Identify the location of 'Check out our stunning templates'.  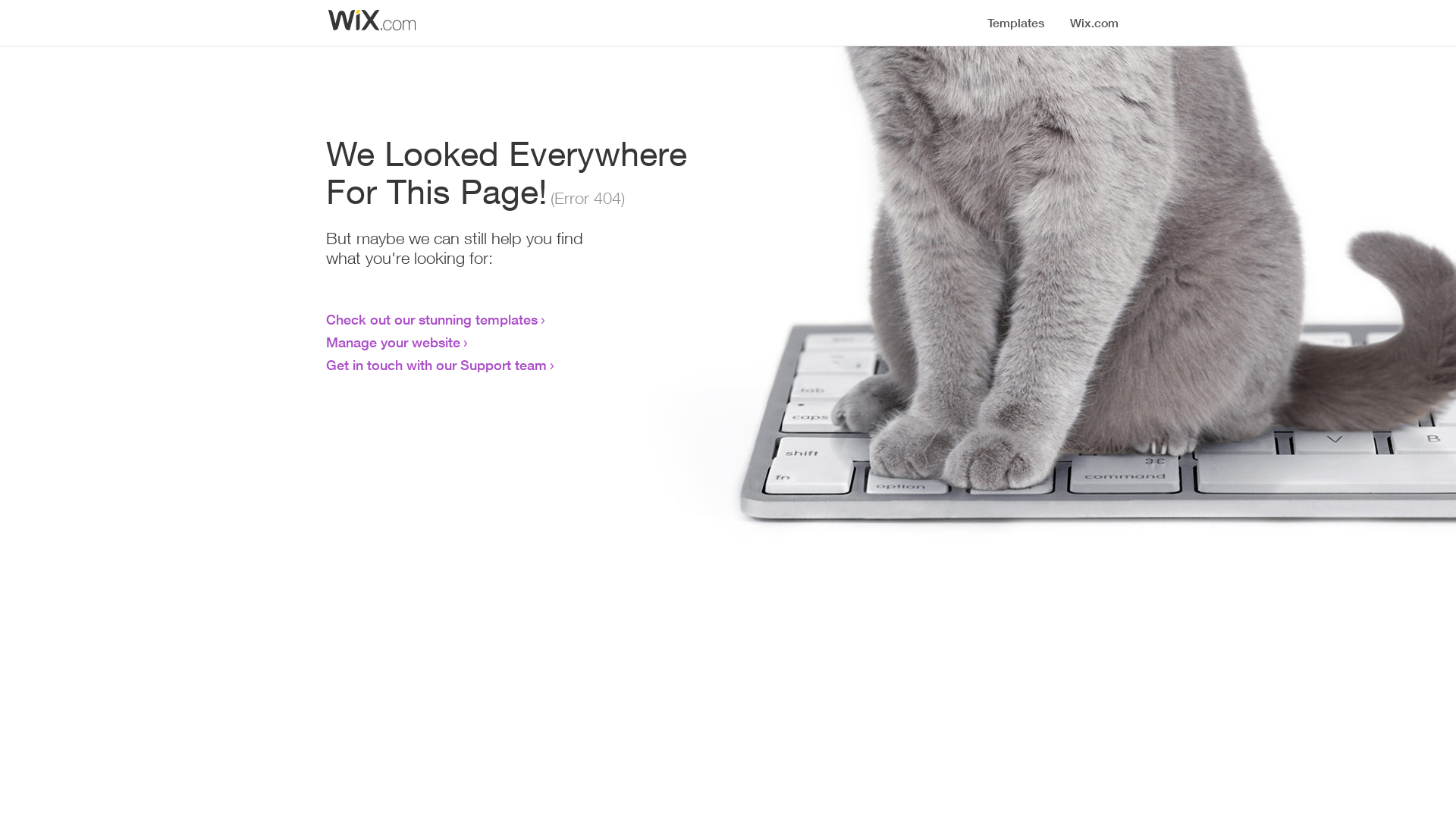
(431, 318).